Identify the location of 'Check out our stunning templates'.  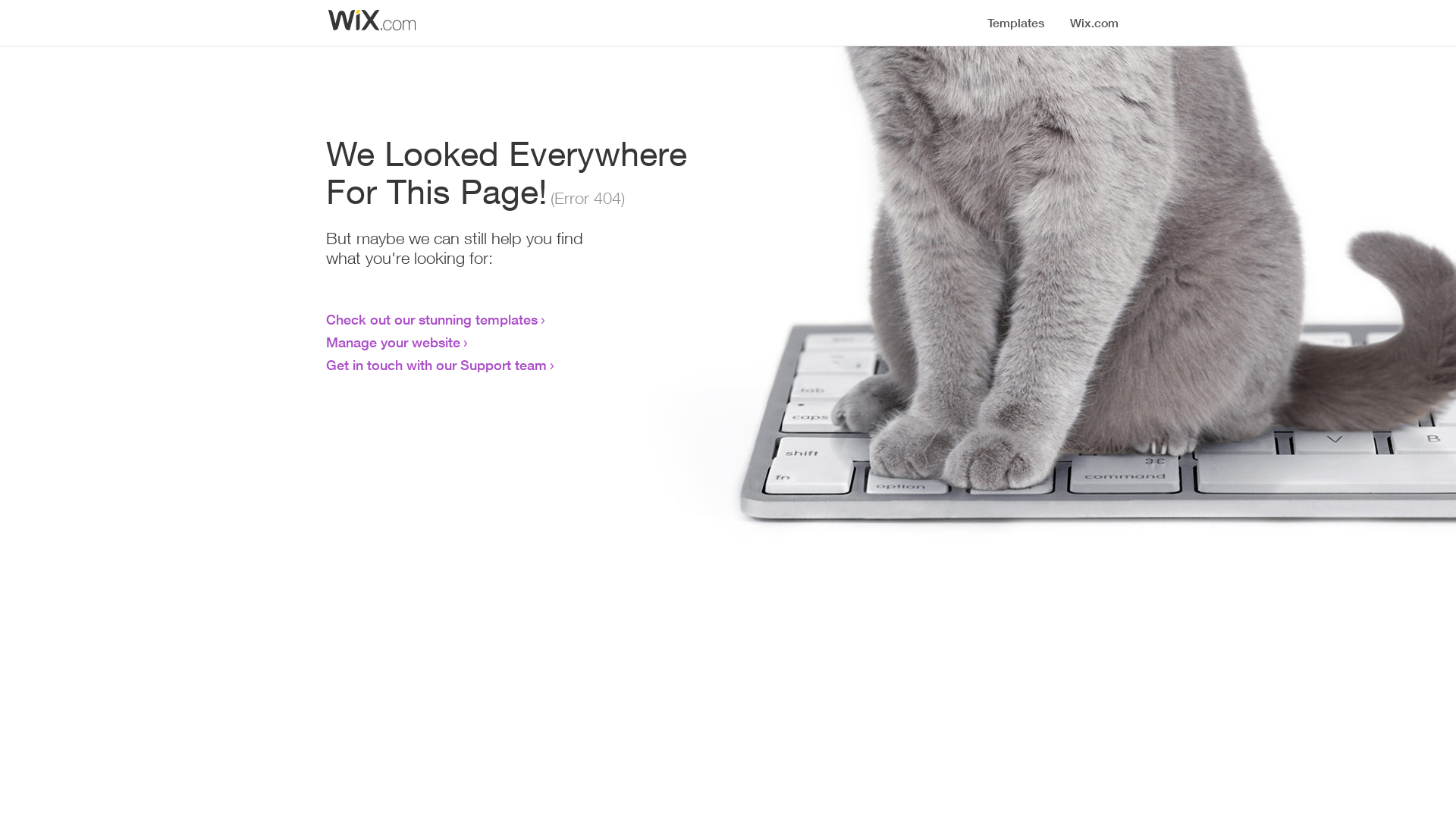
(431, 318).